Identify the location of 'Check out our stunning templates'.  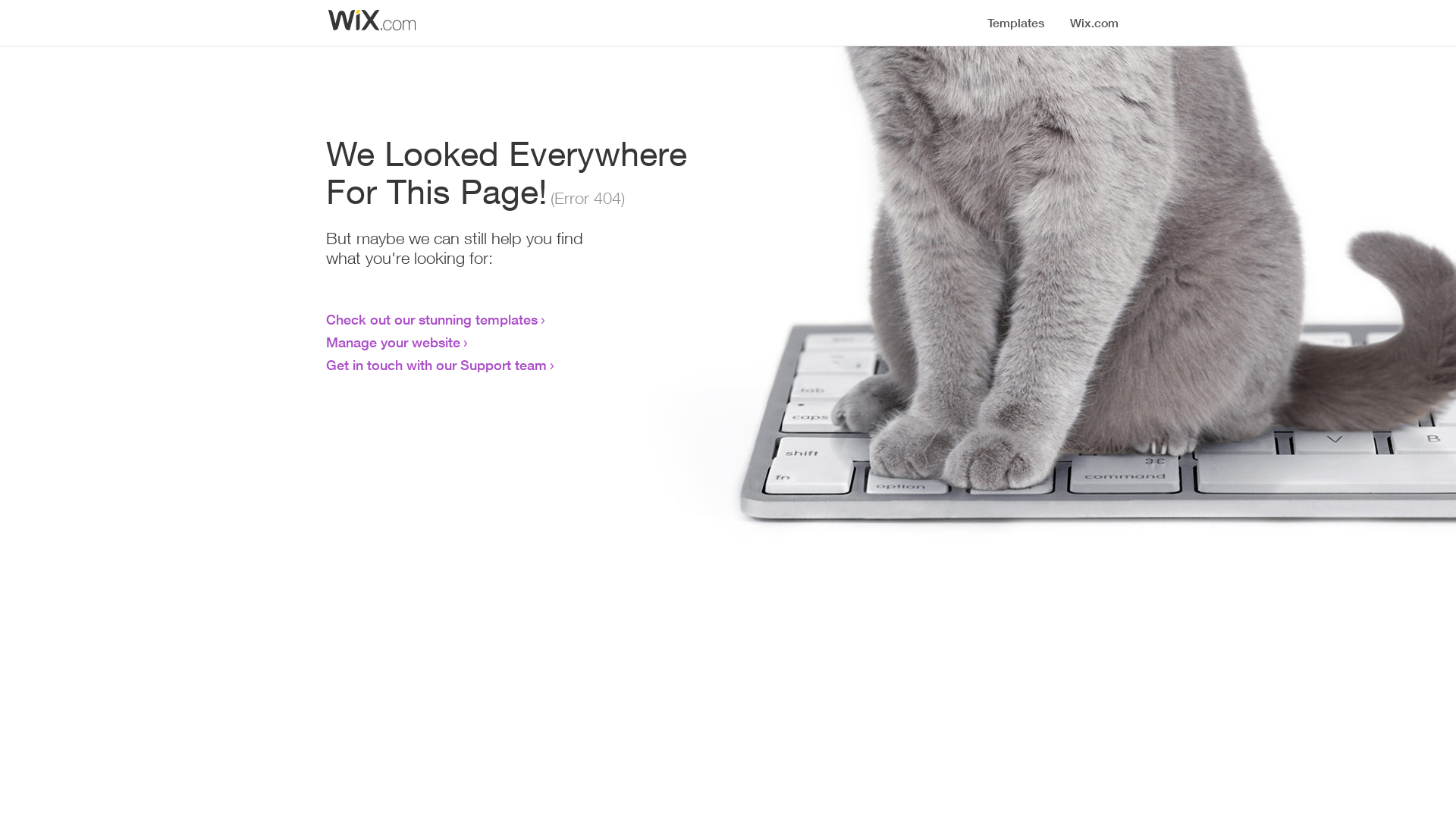
(431, 318).